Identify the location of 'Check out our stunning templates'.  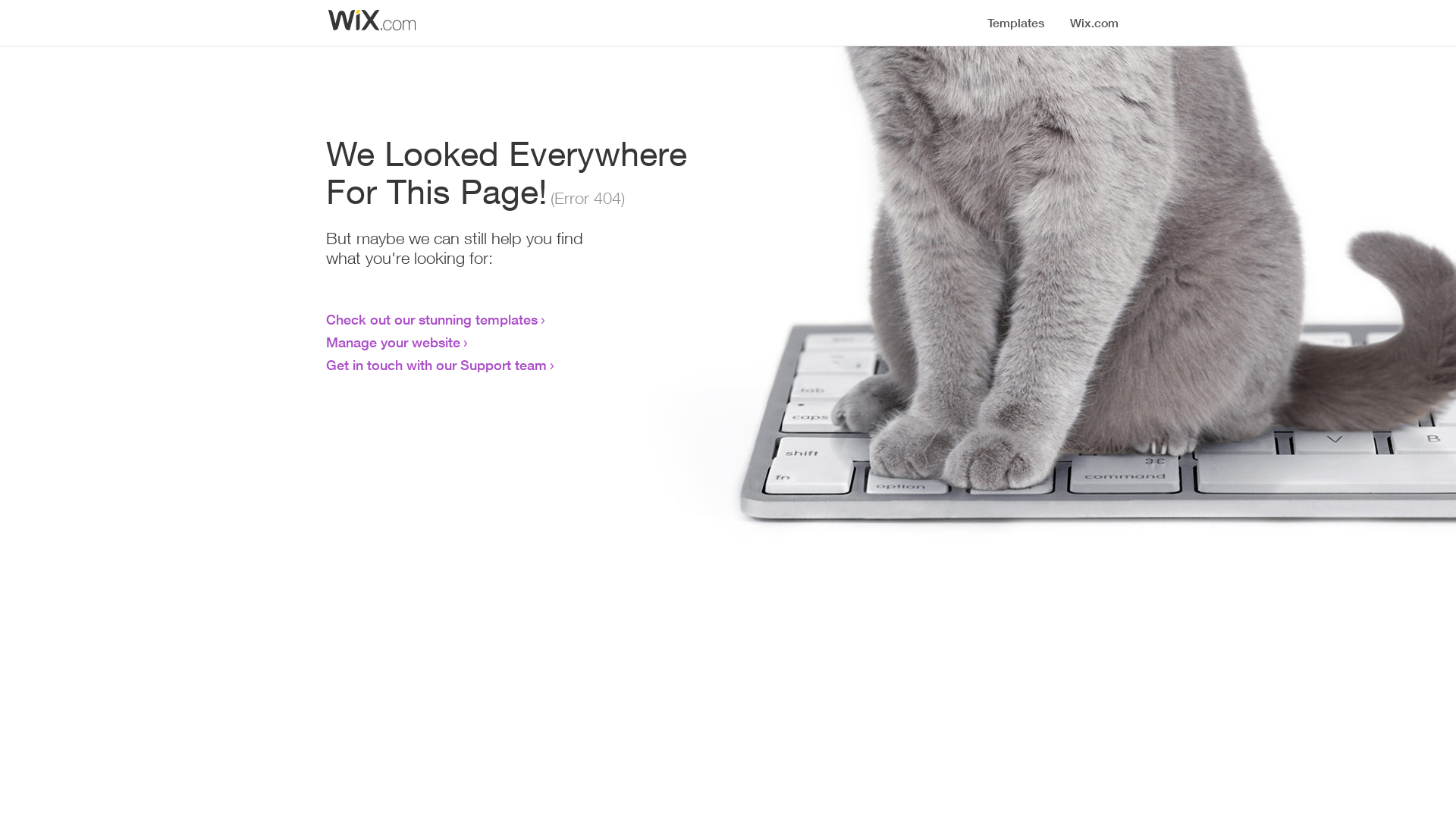
(431, 318).